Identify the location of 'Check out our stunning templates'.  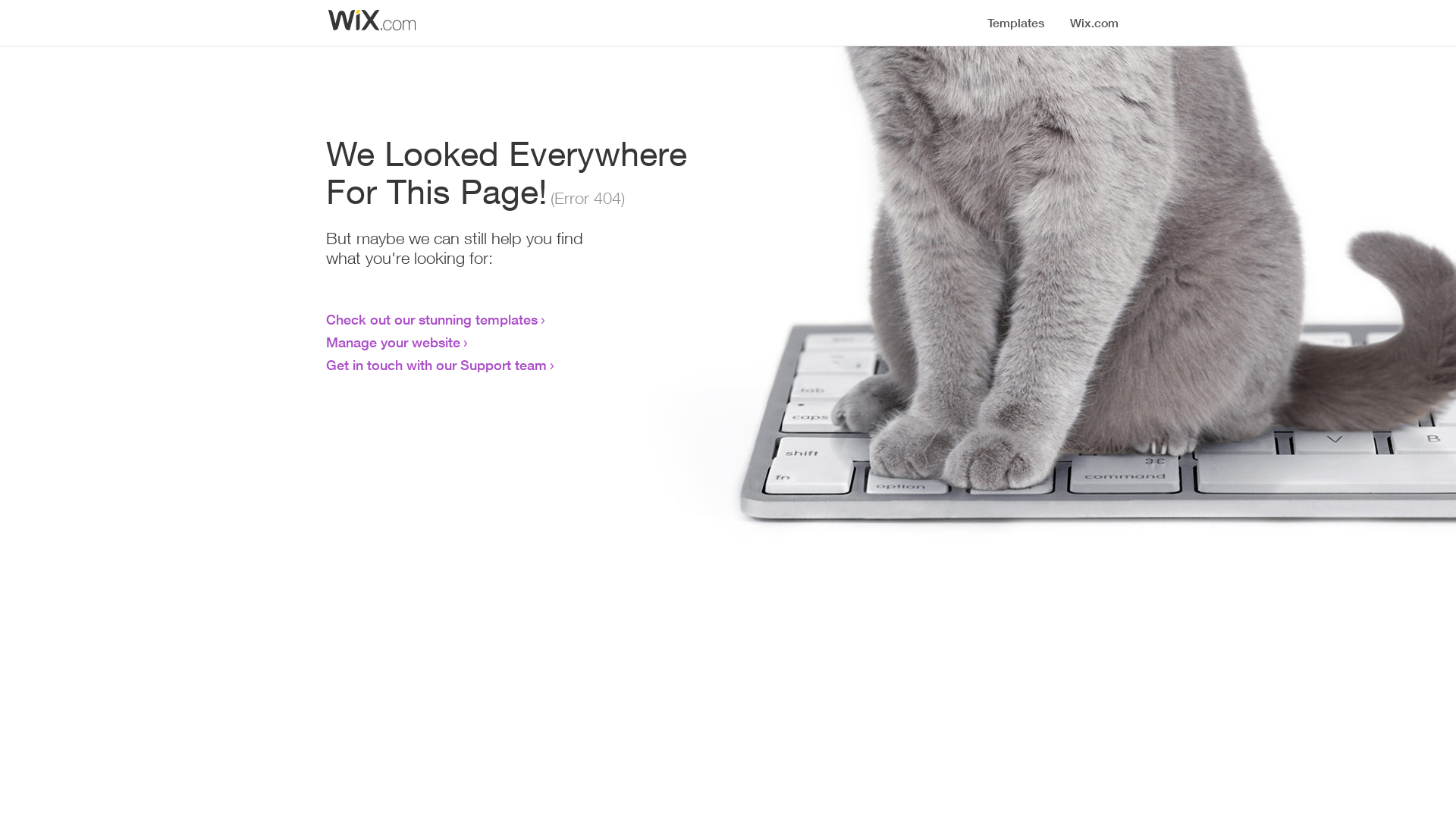
(431, 318).